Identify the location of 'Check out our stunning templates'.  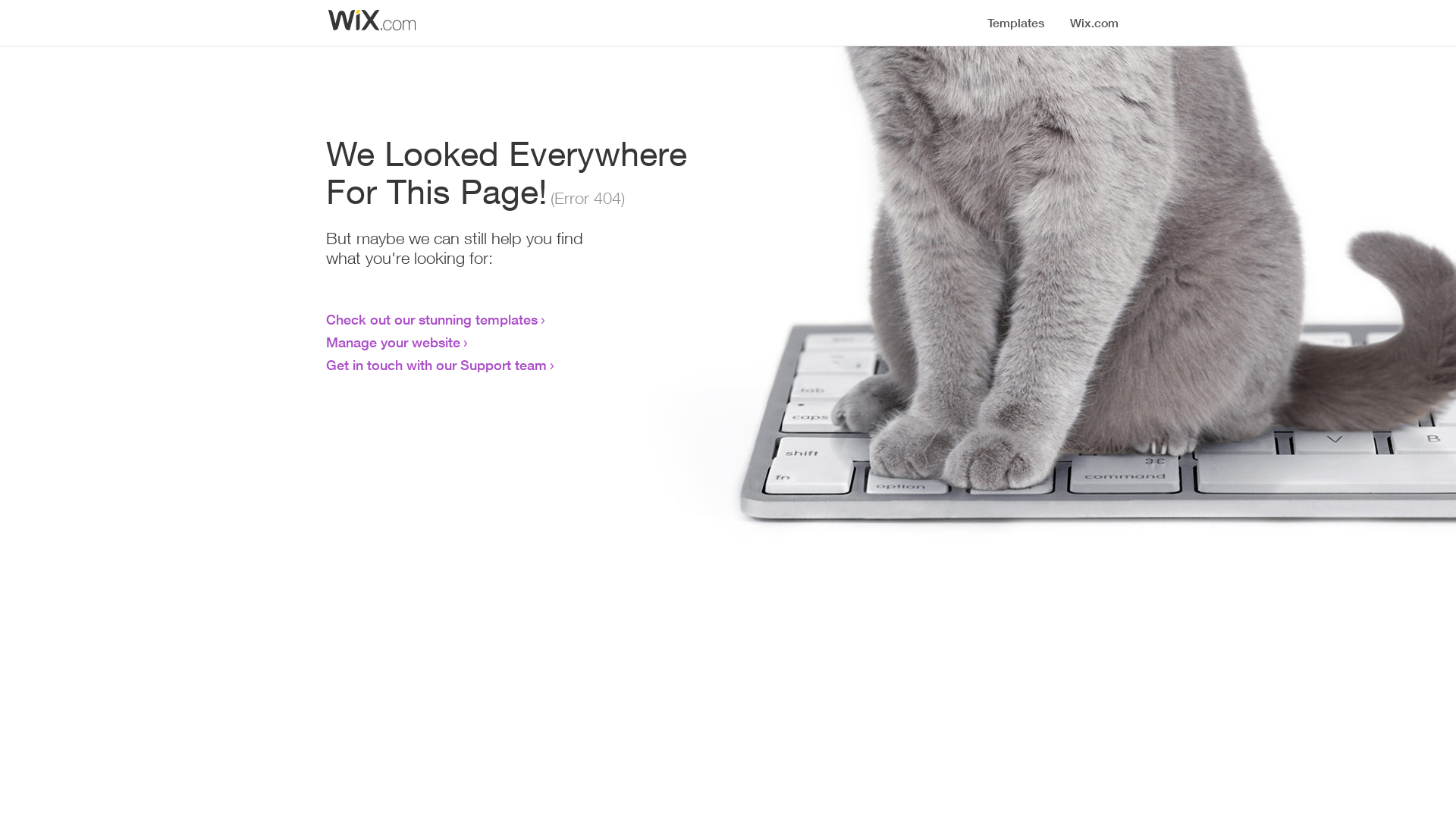
(431, 318).